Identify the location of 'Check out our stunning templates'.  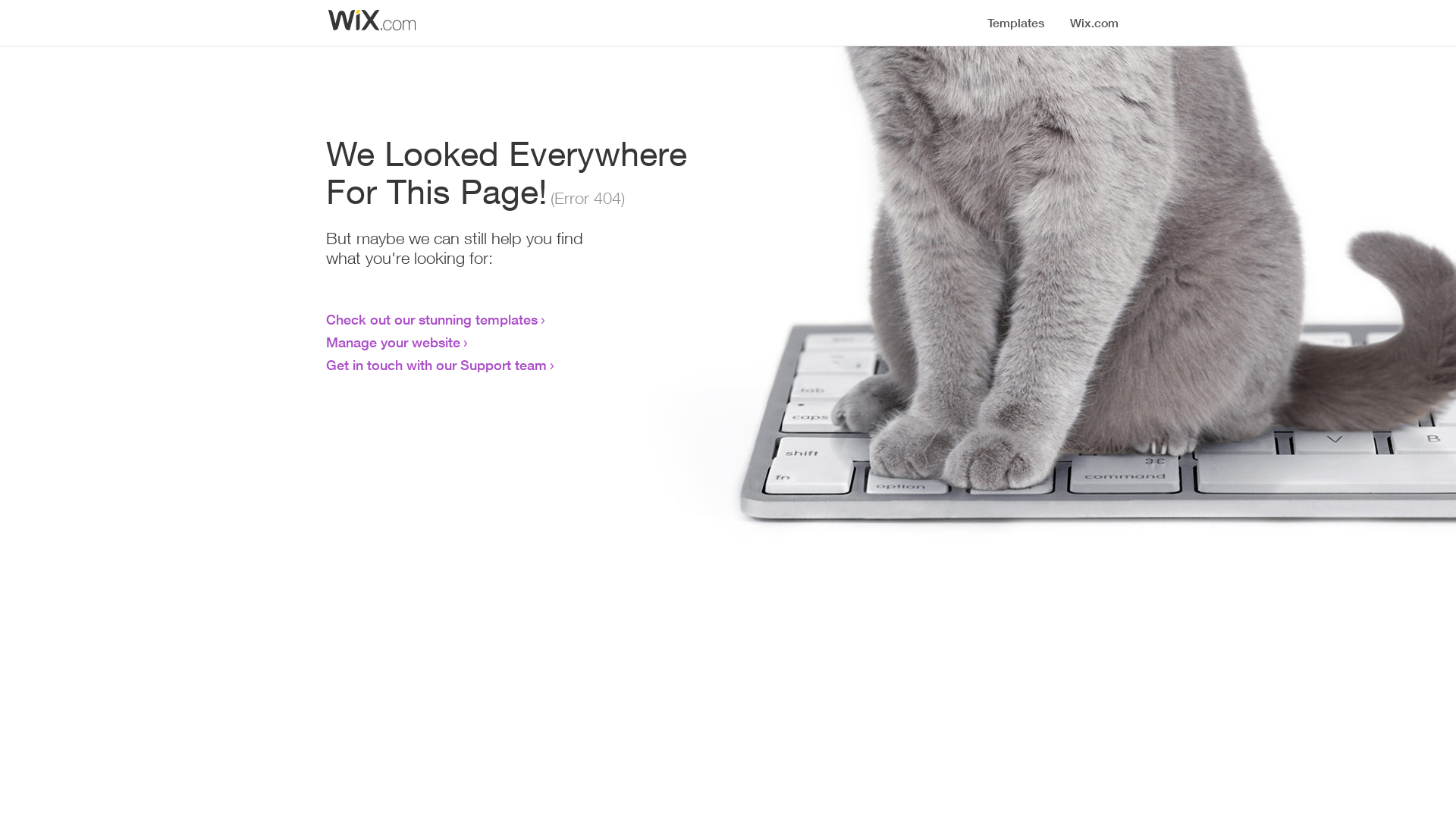
(431, 318).